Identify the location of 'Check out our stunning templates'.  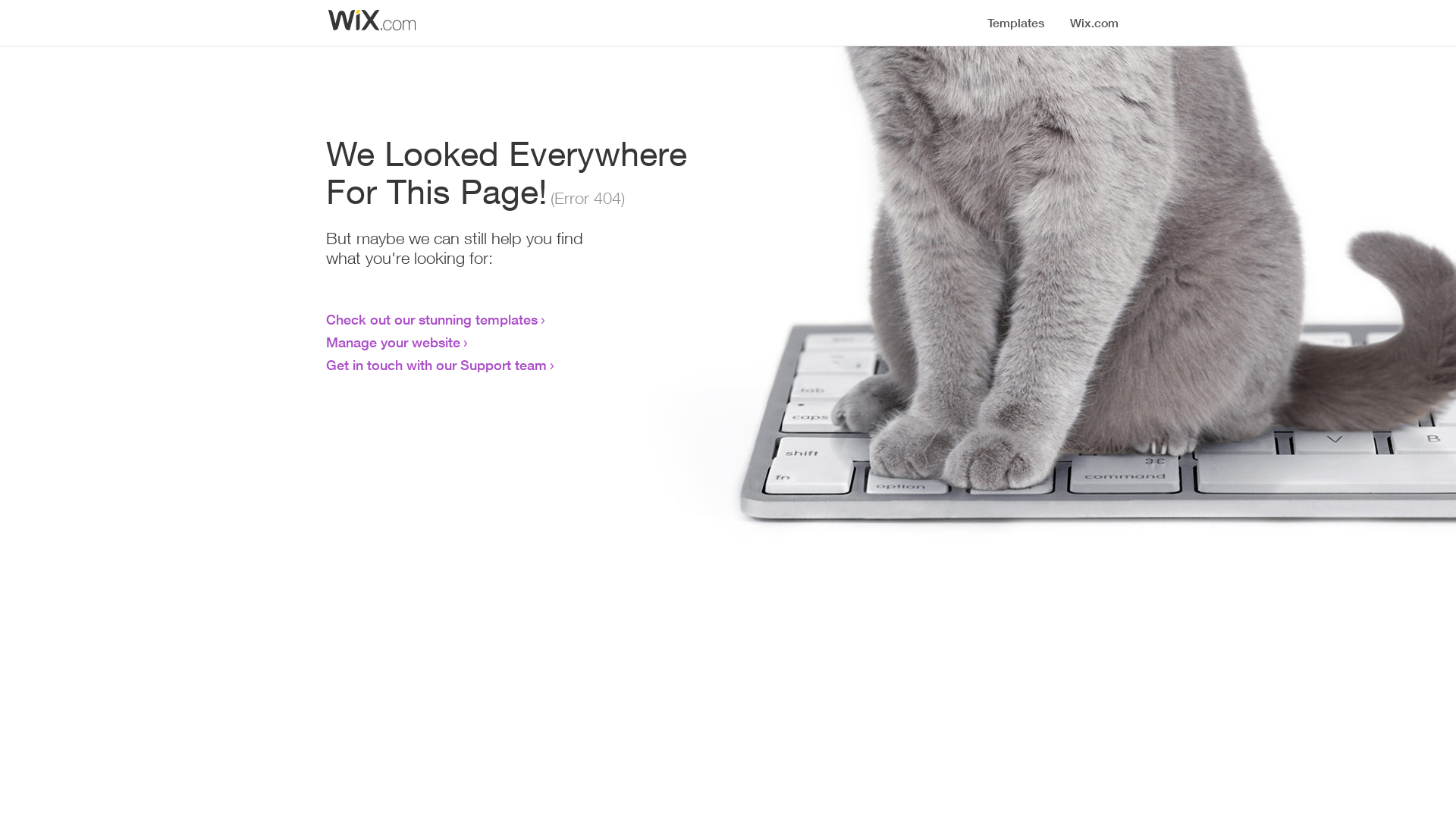
(431, 318).